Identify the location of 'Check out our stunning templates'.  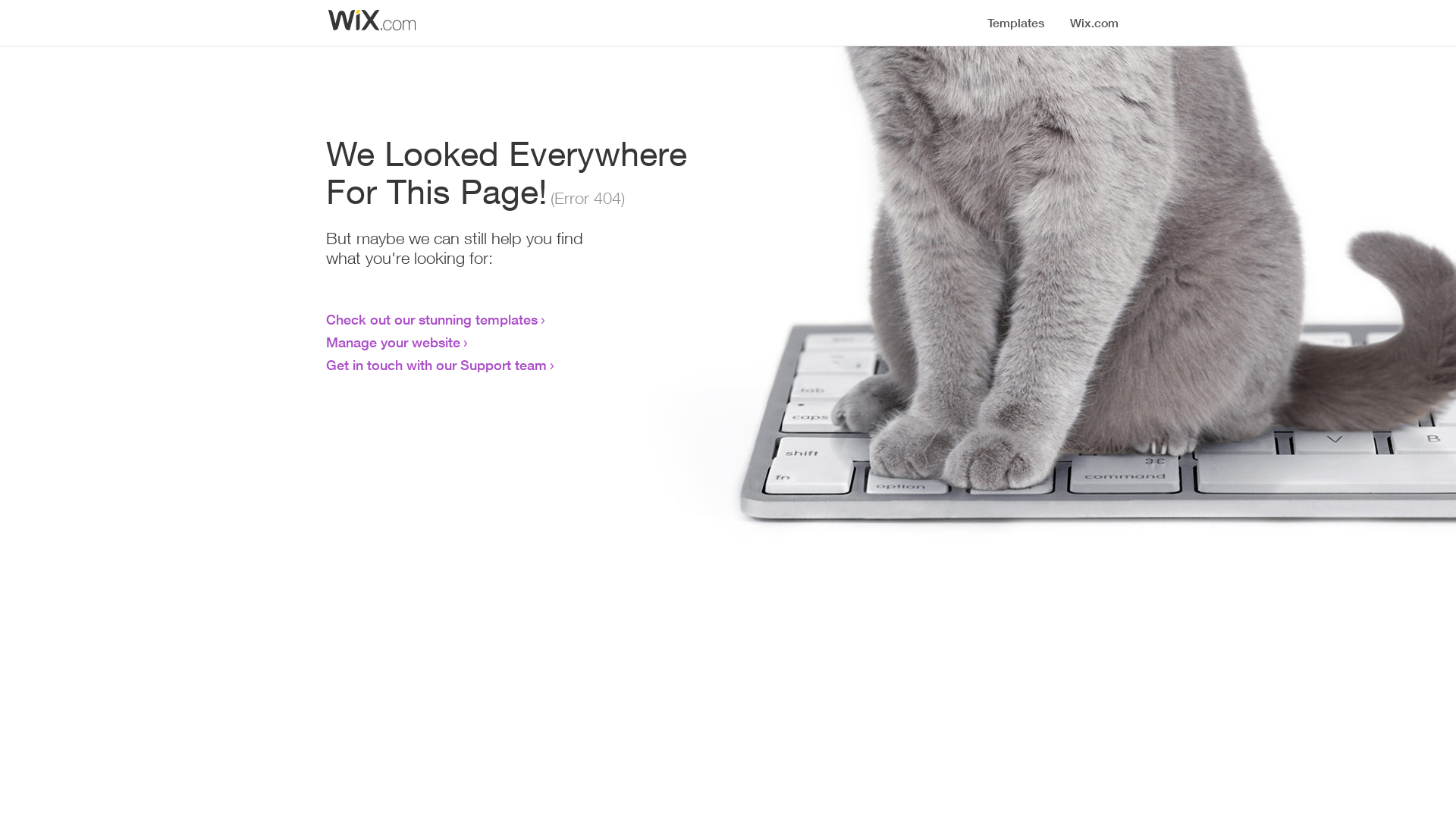
(431, 318).